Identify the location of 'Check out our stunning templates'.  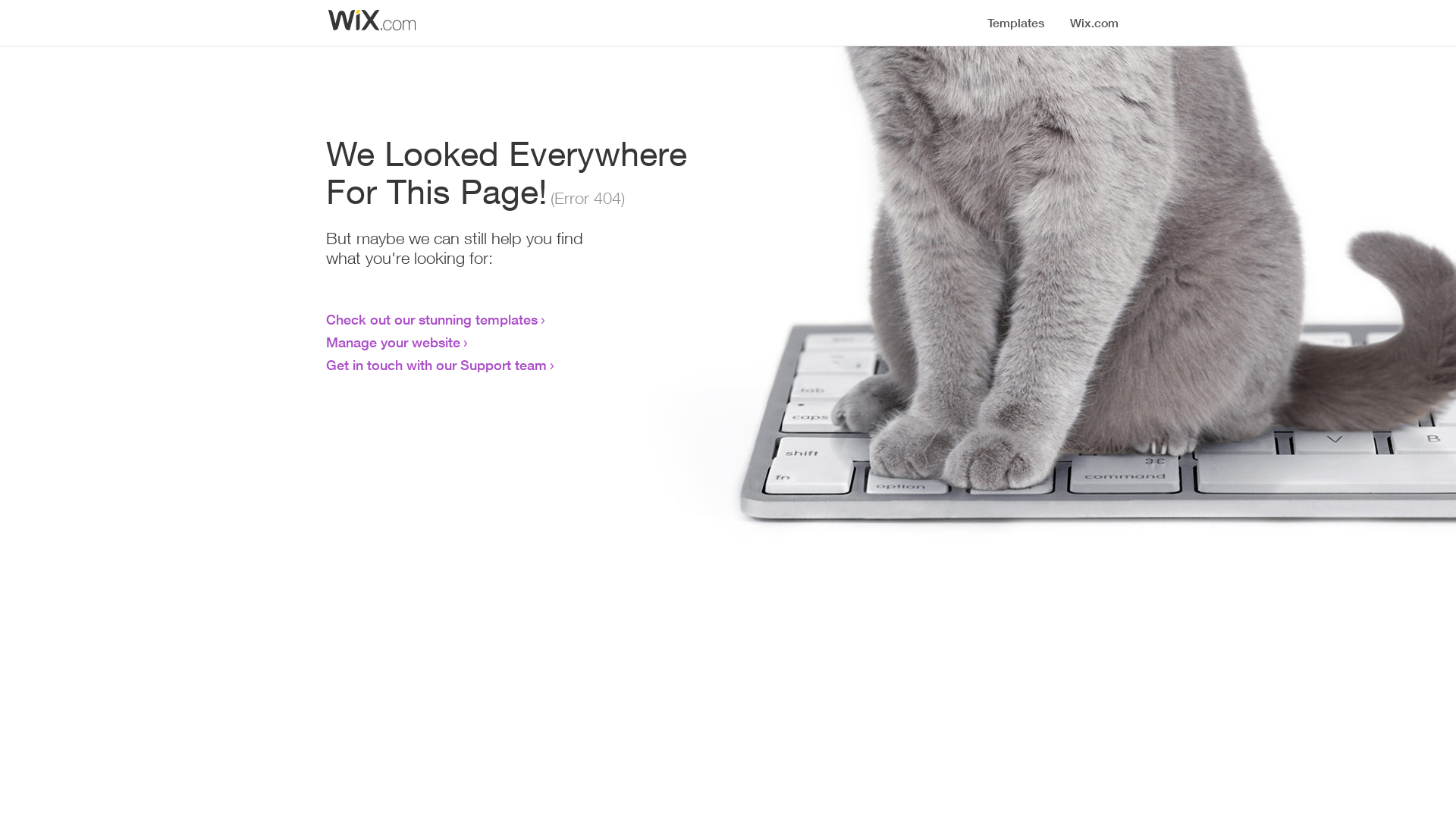
(431, 318).